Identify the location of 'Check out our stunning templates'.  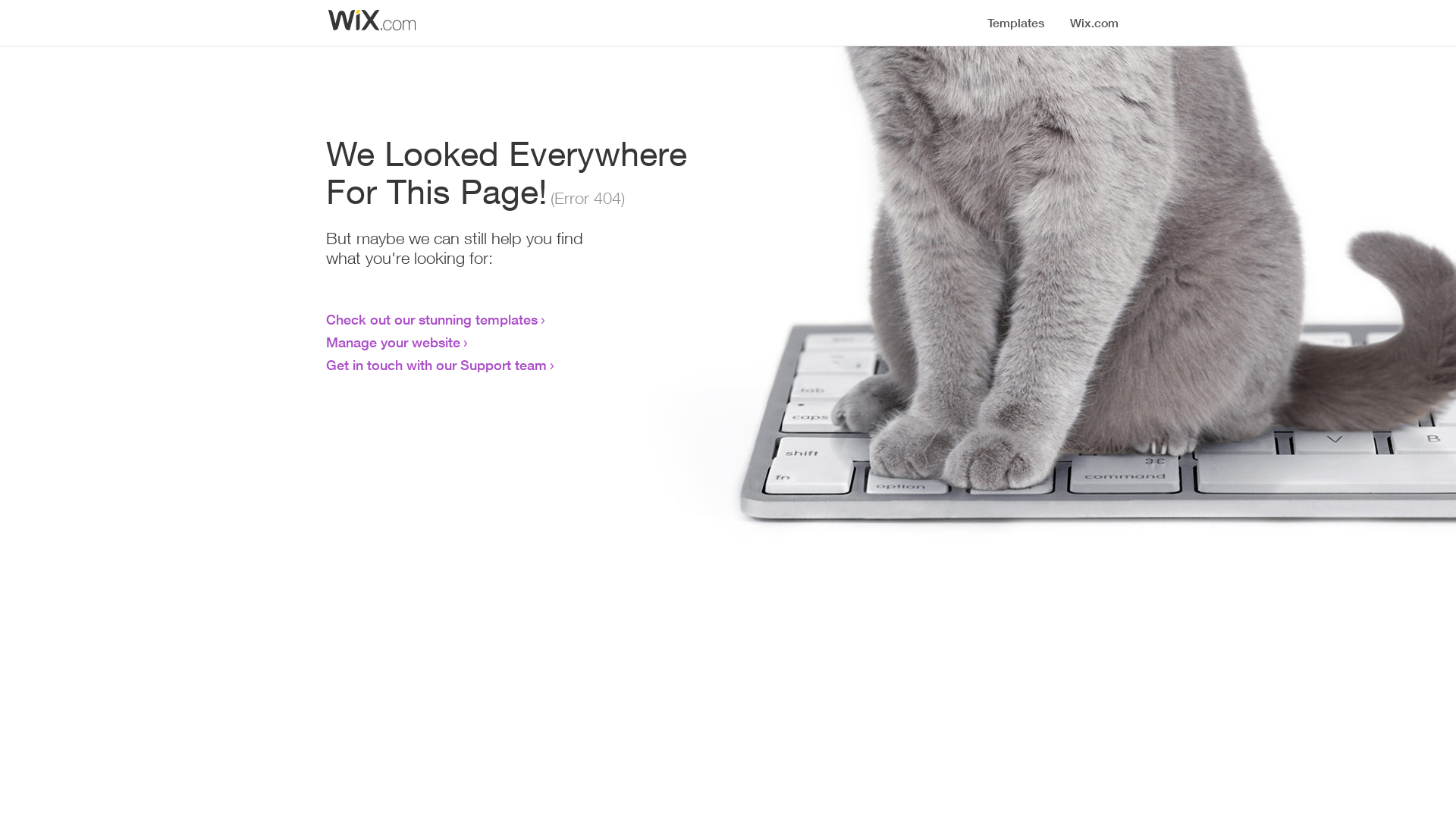
(431, 318).